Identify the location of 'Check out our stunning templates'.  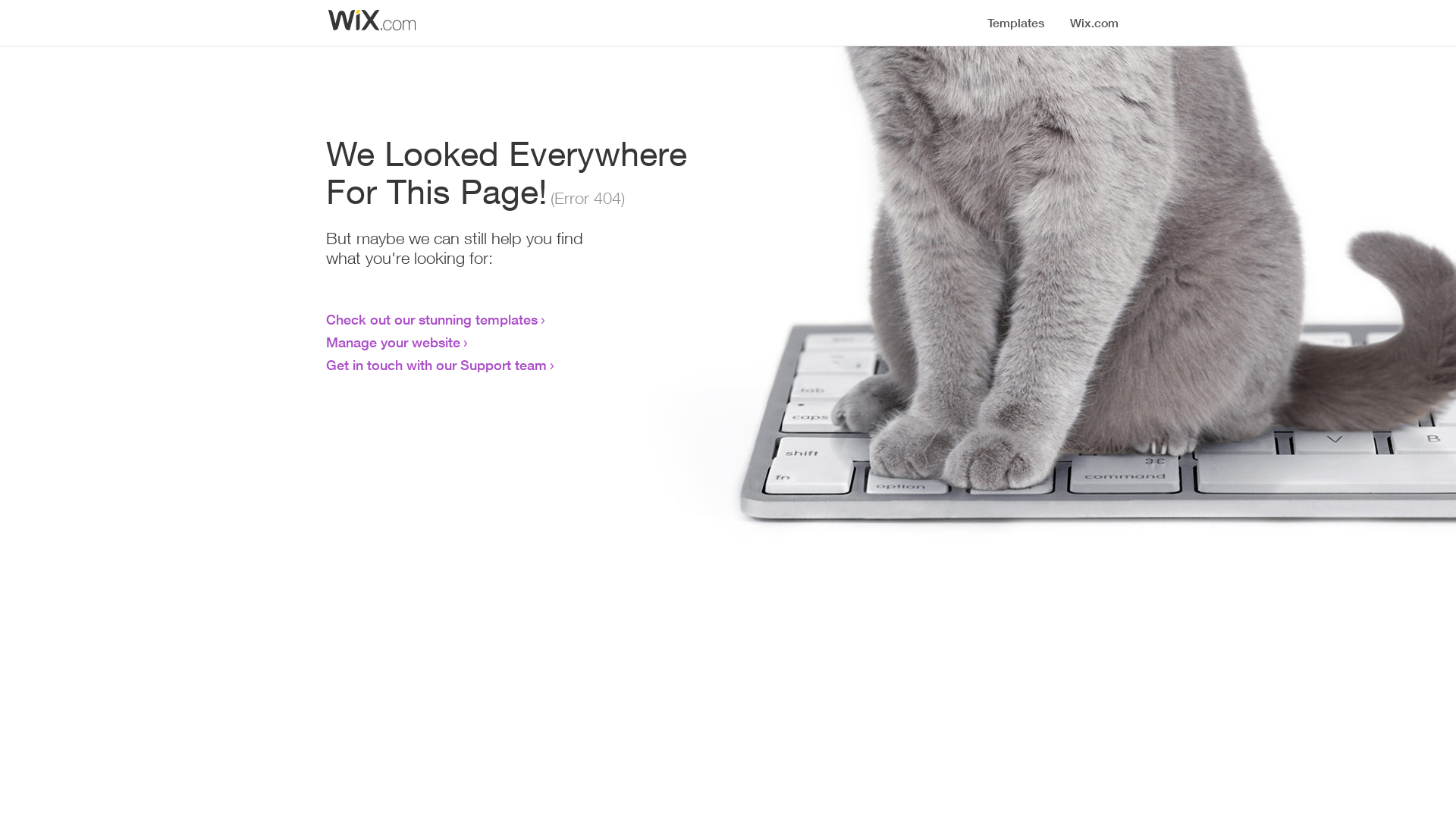
(431, 318).